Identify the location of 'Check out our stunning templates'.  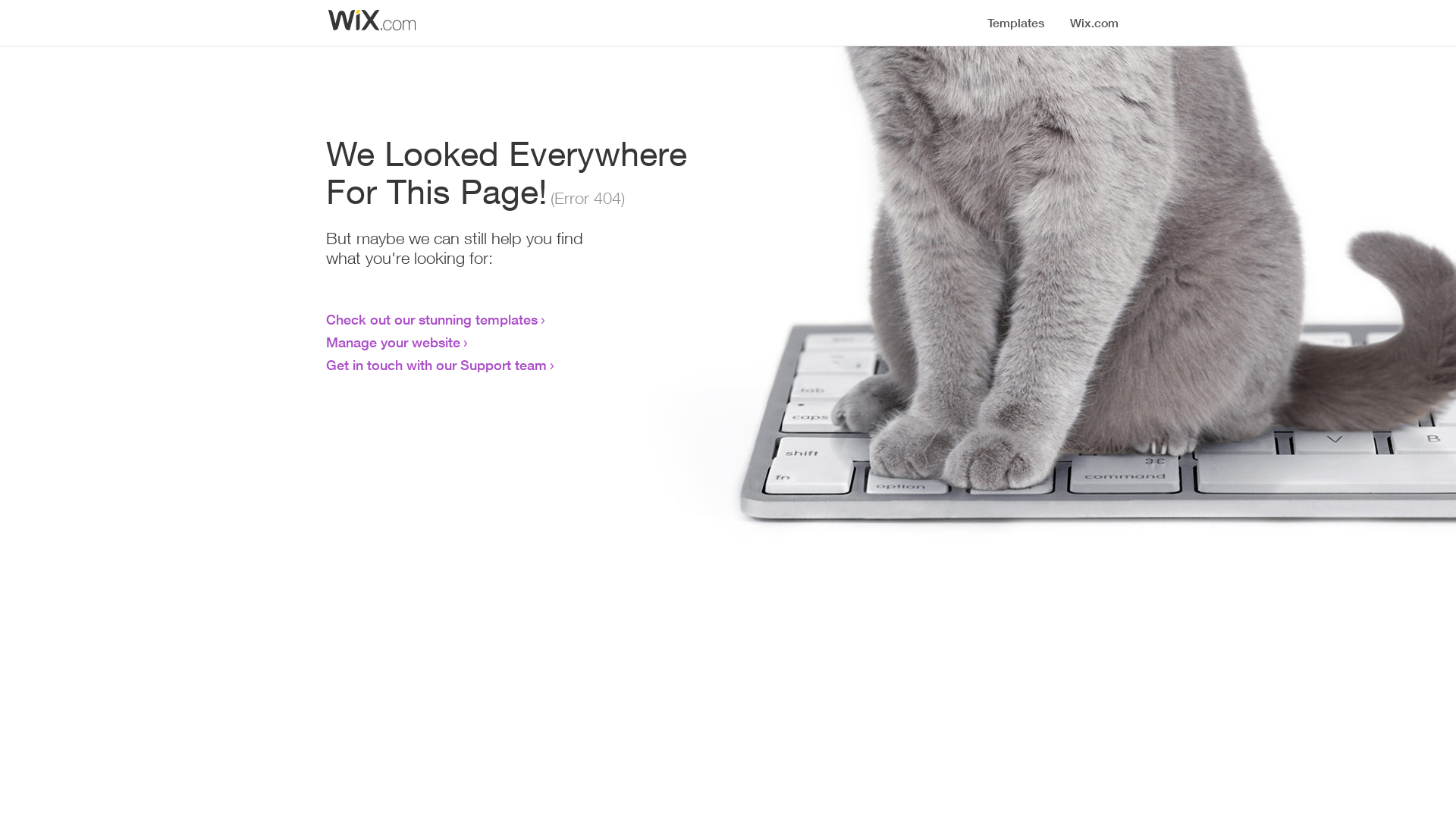
(431, 318).